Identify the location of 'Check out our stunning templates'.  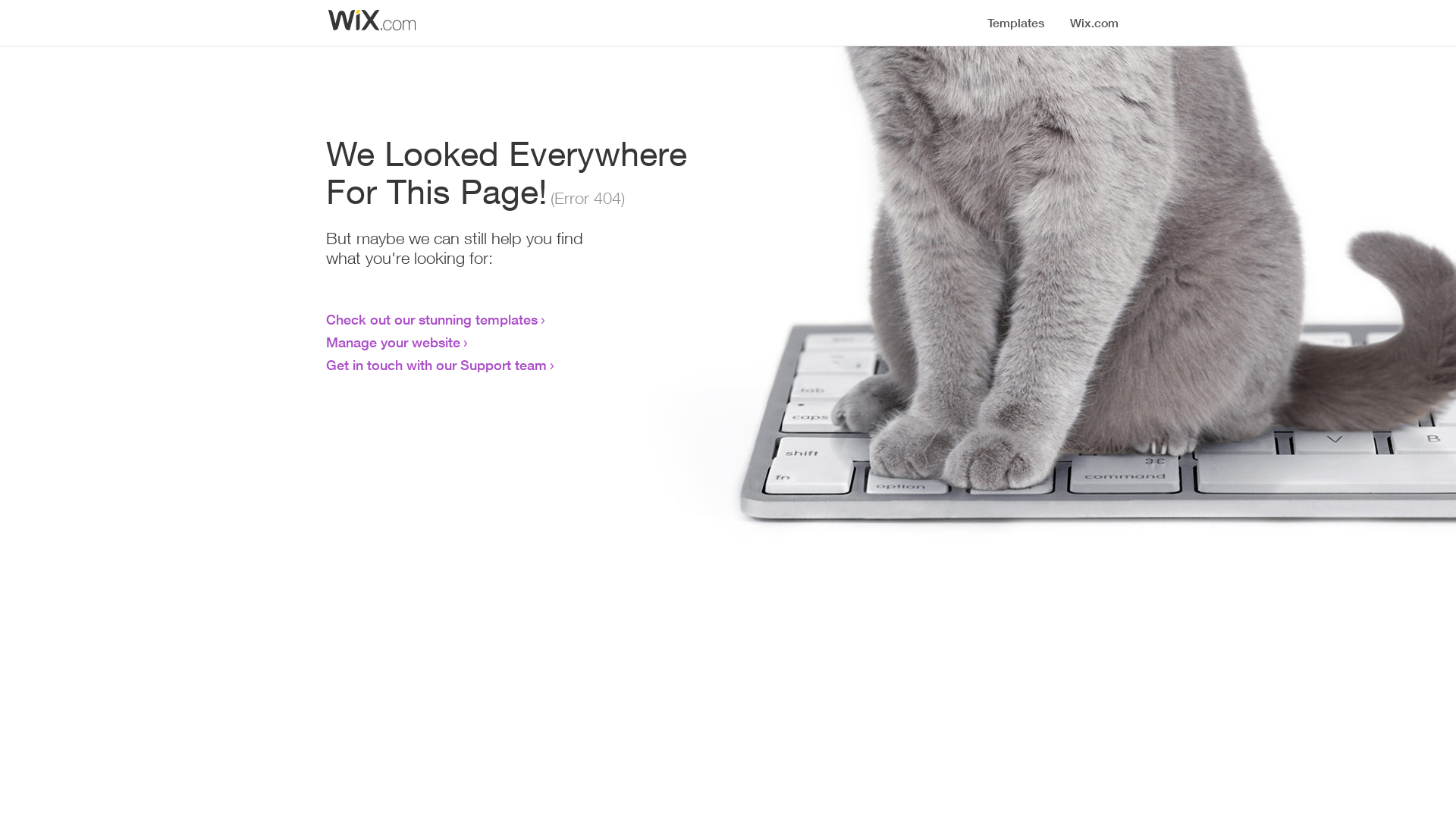
(431, 318).